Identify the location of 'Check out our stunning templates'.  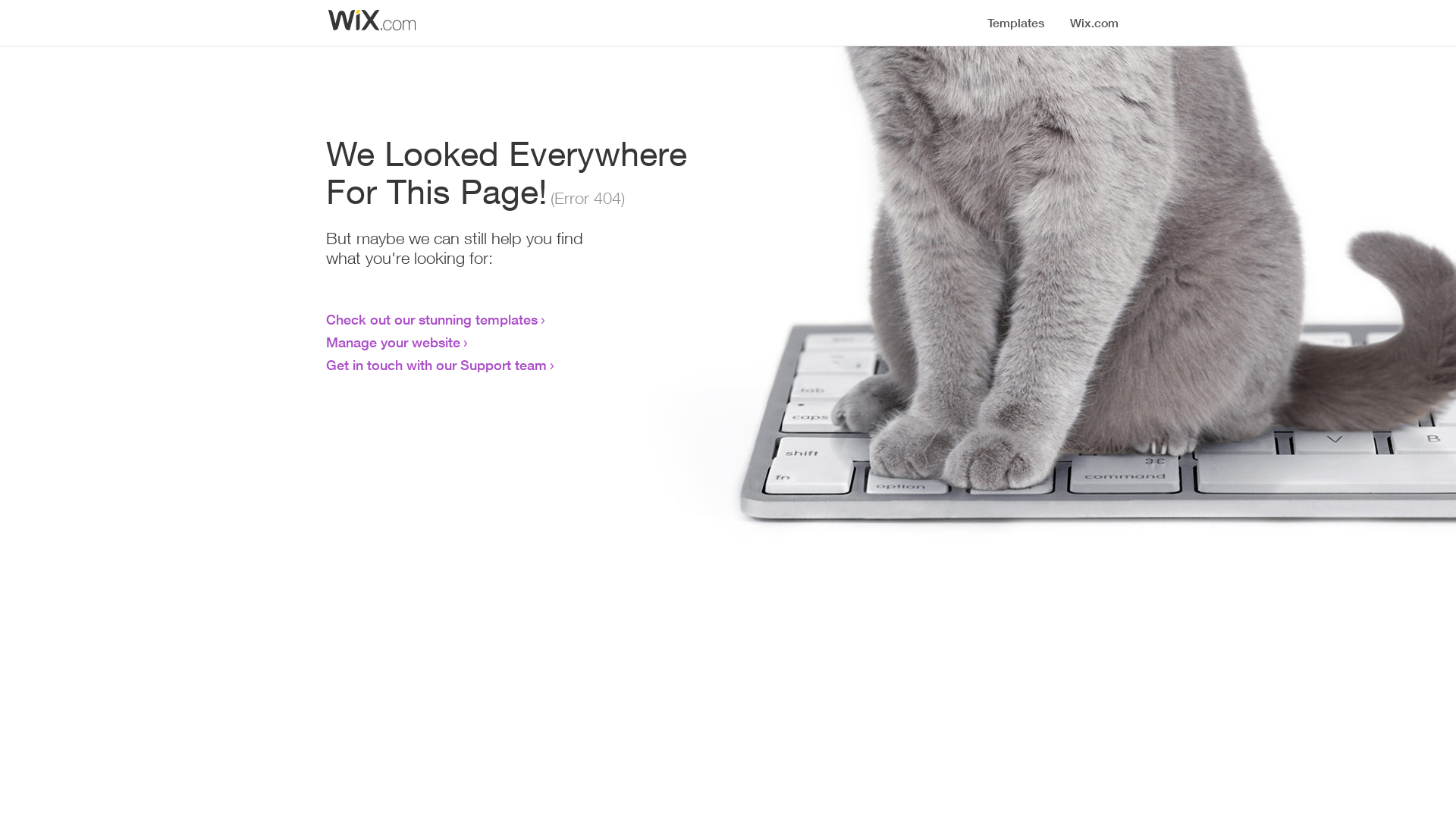
(431, 318).